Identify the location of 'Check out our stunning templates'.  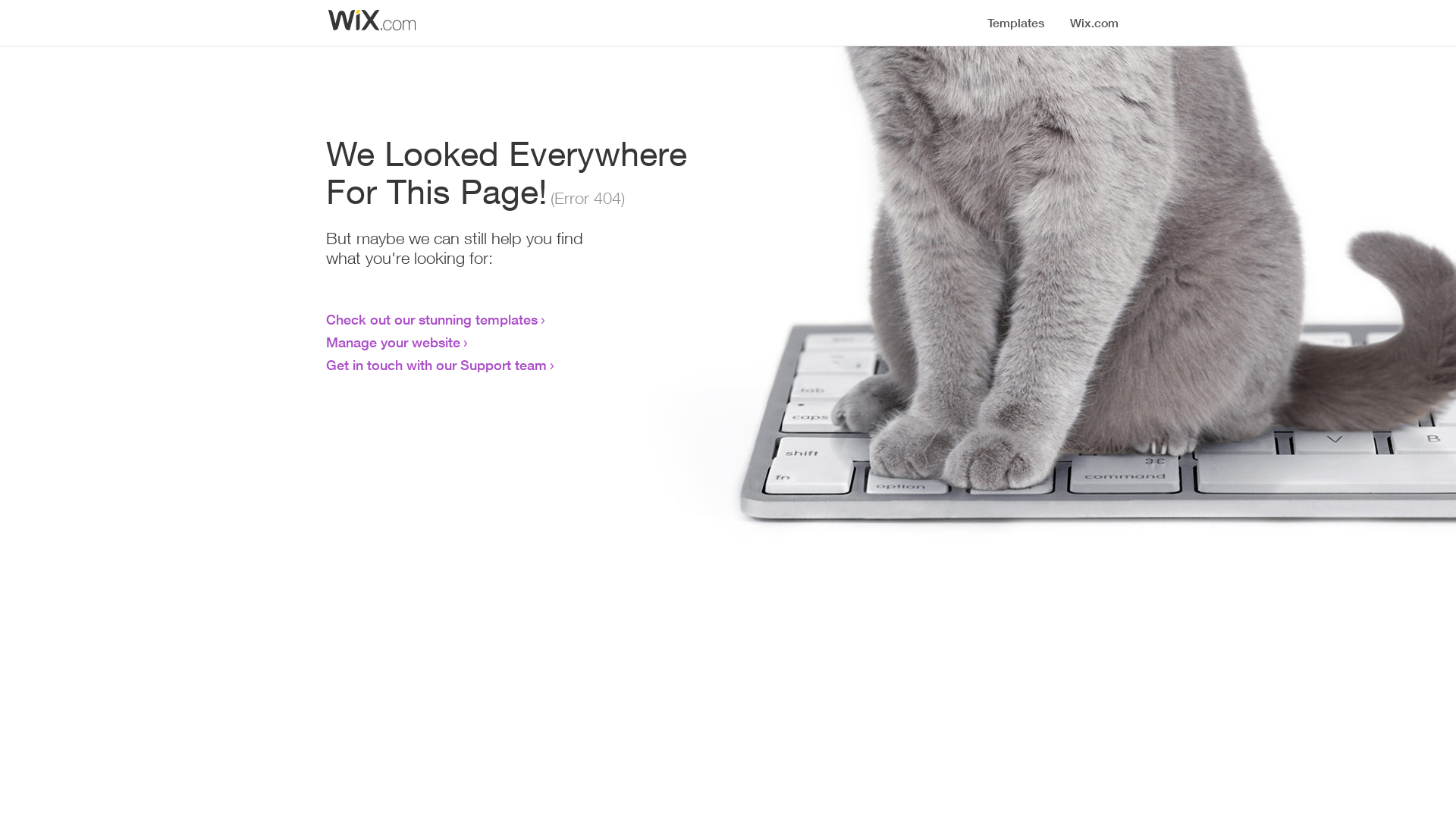
(431, 318).